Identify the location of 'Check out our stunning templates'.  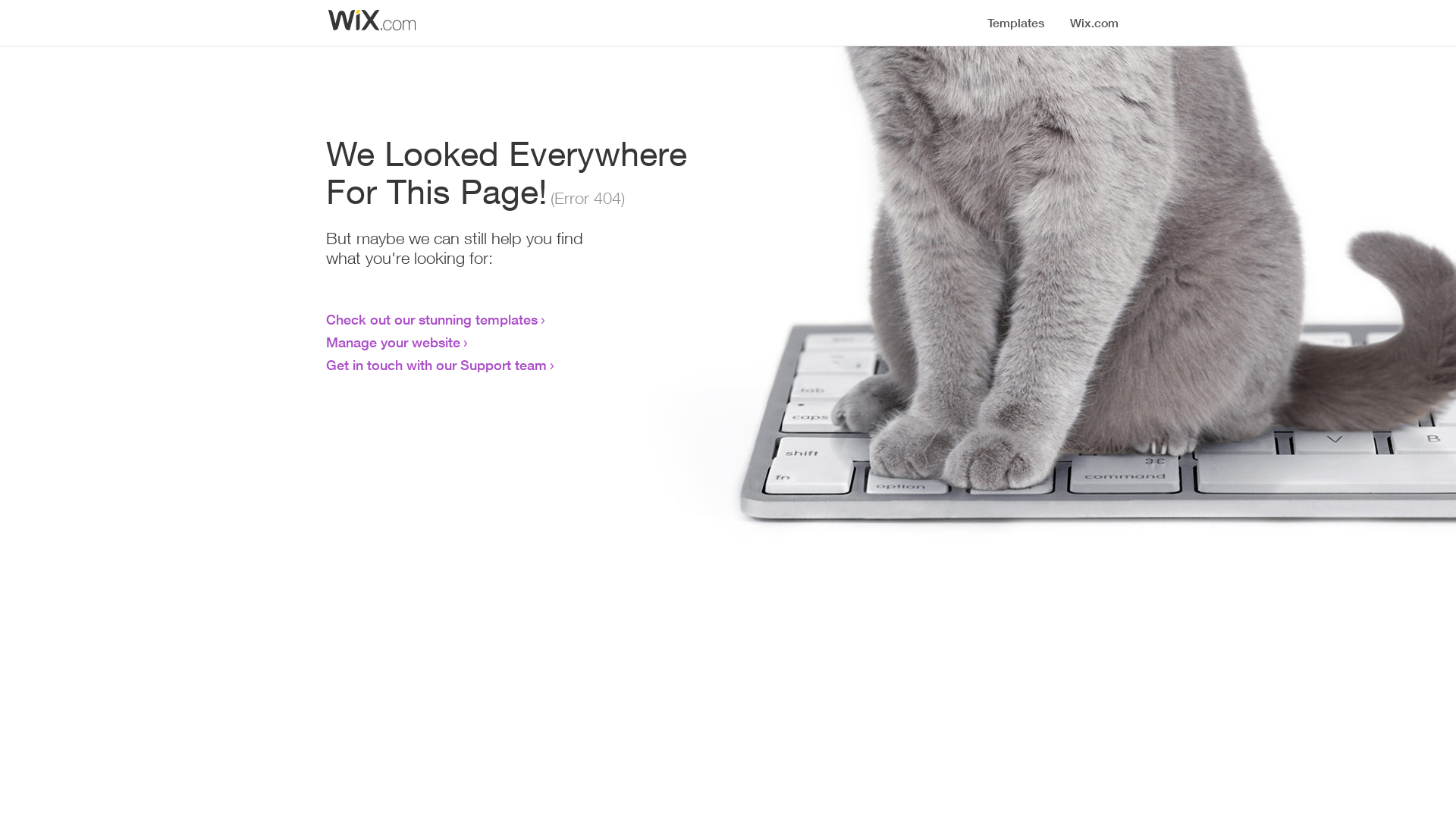
(431, 318).